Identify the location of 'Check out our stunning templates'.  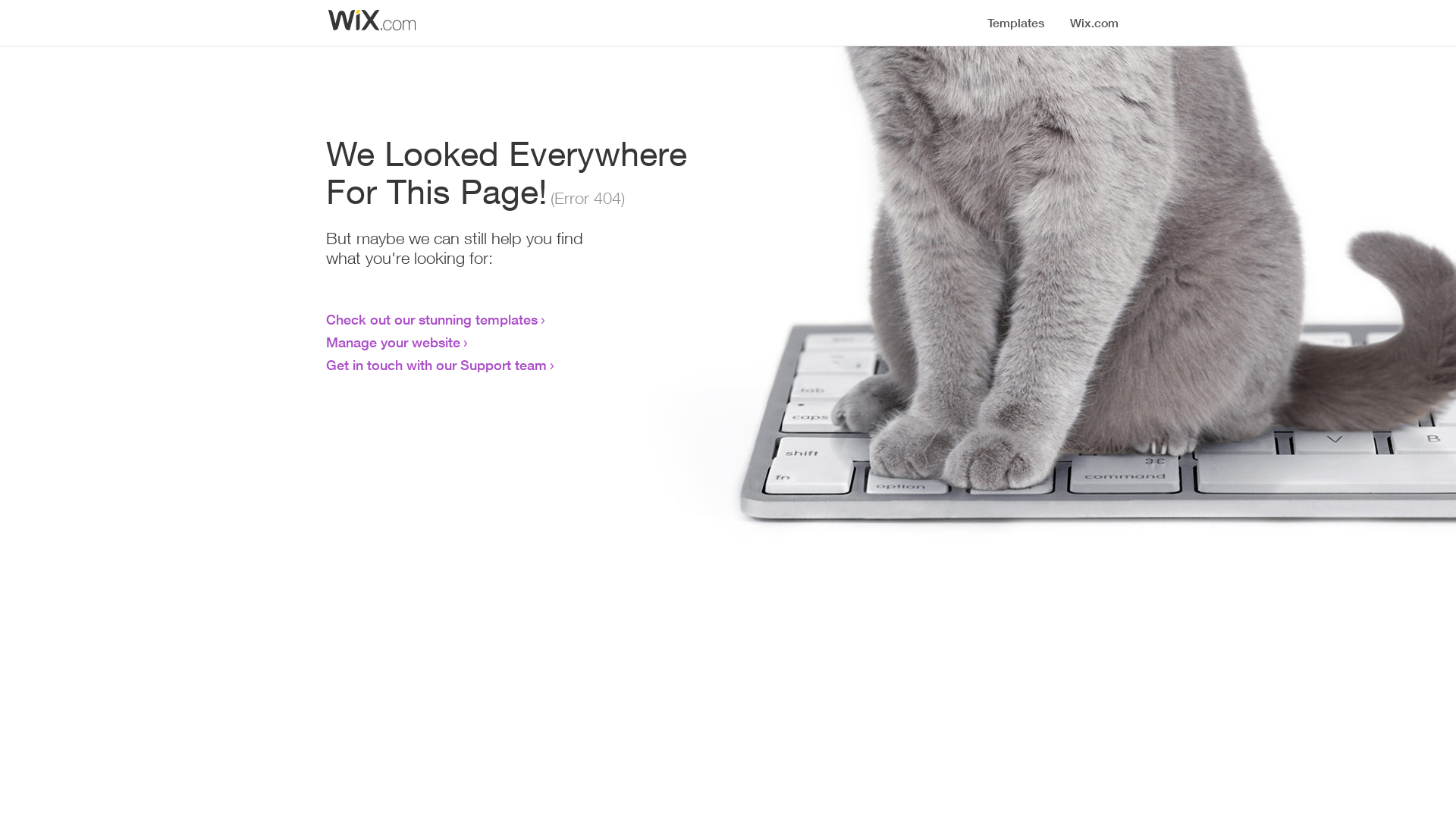
(431, 318).